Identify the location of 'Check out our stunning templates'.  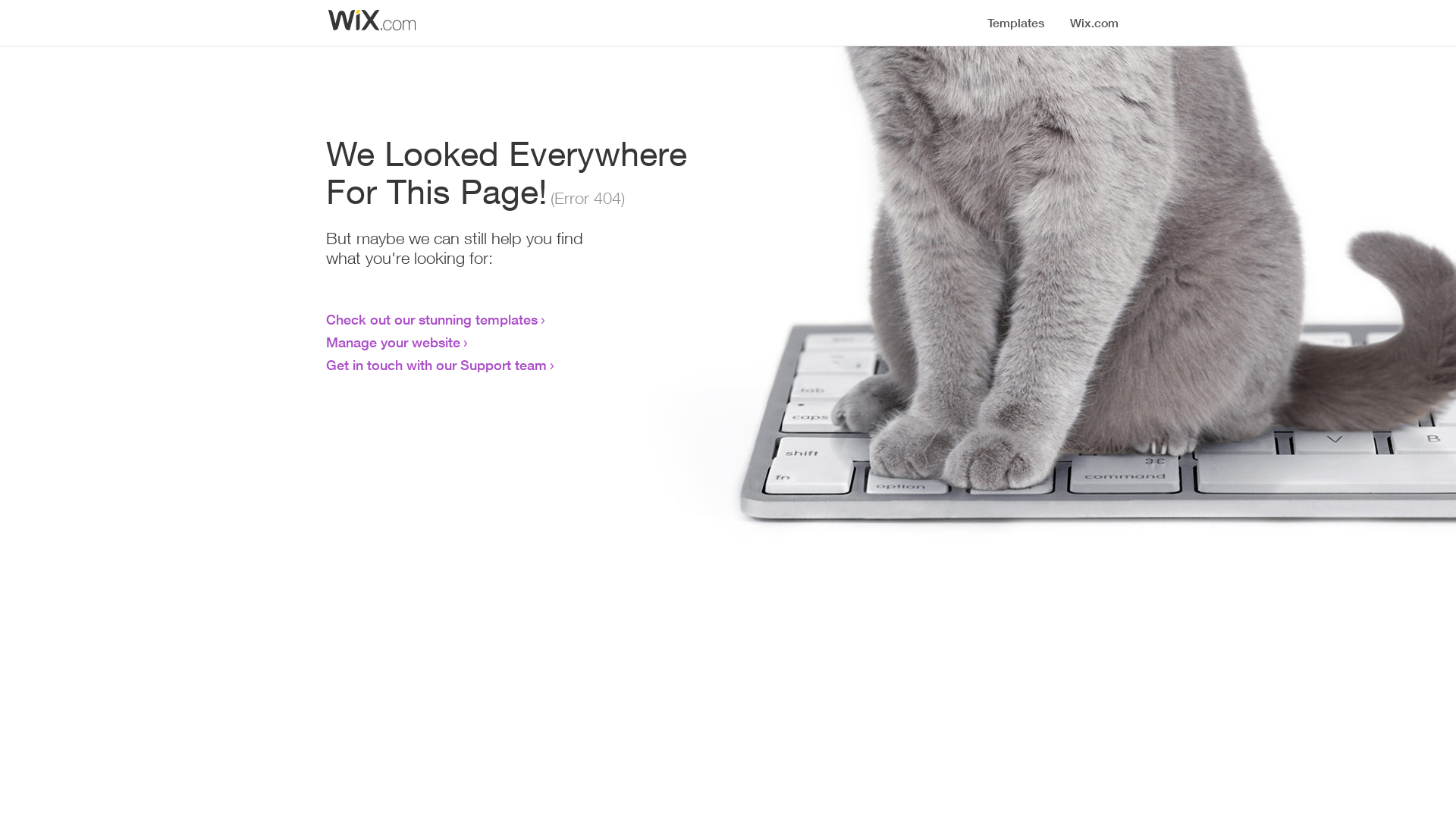
(431, 318).